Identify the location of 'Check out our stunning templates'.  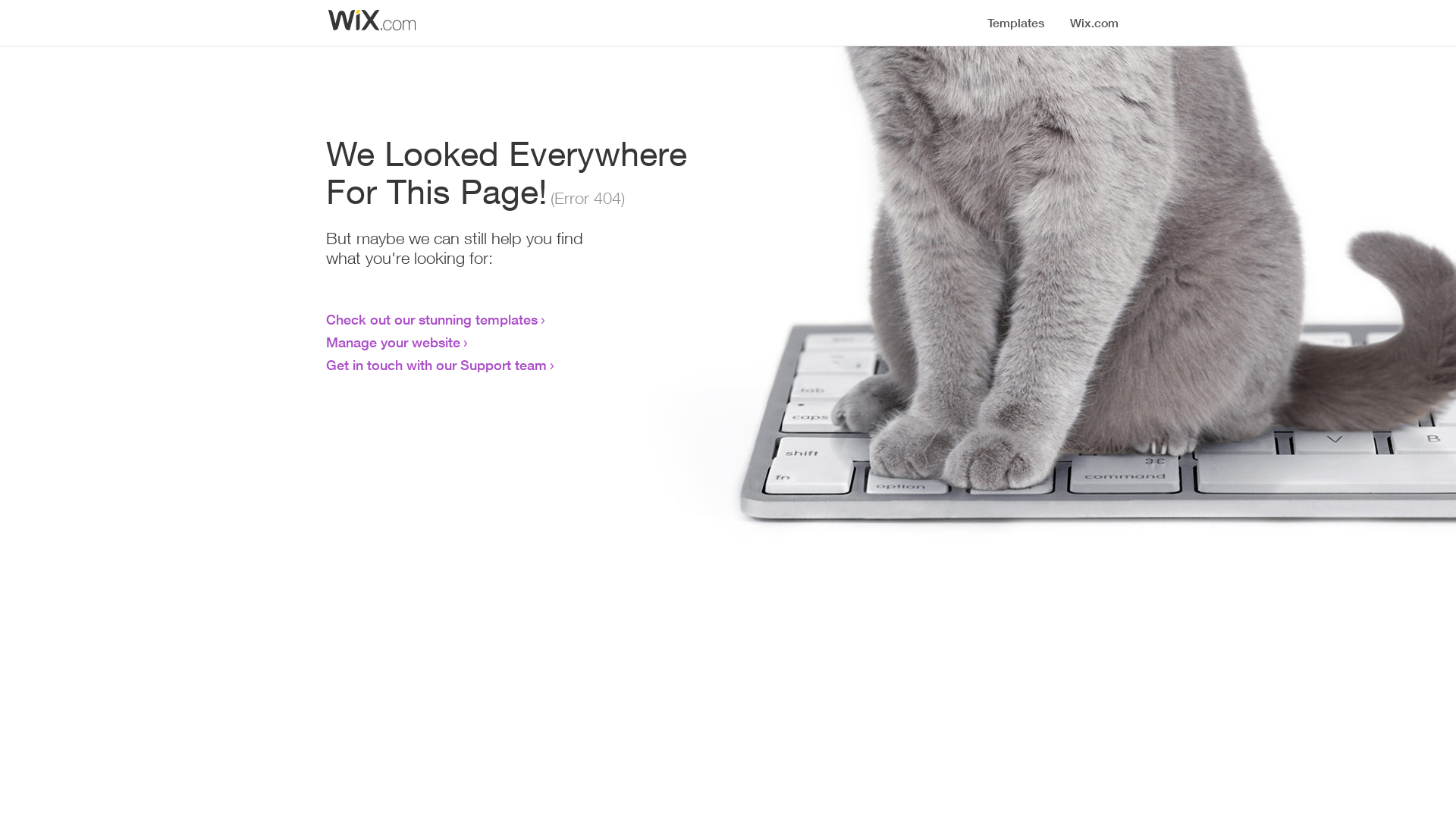
(431, 318).